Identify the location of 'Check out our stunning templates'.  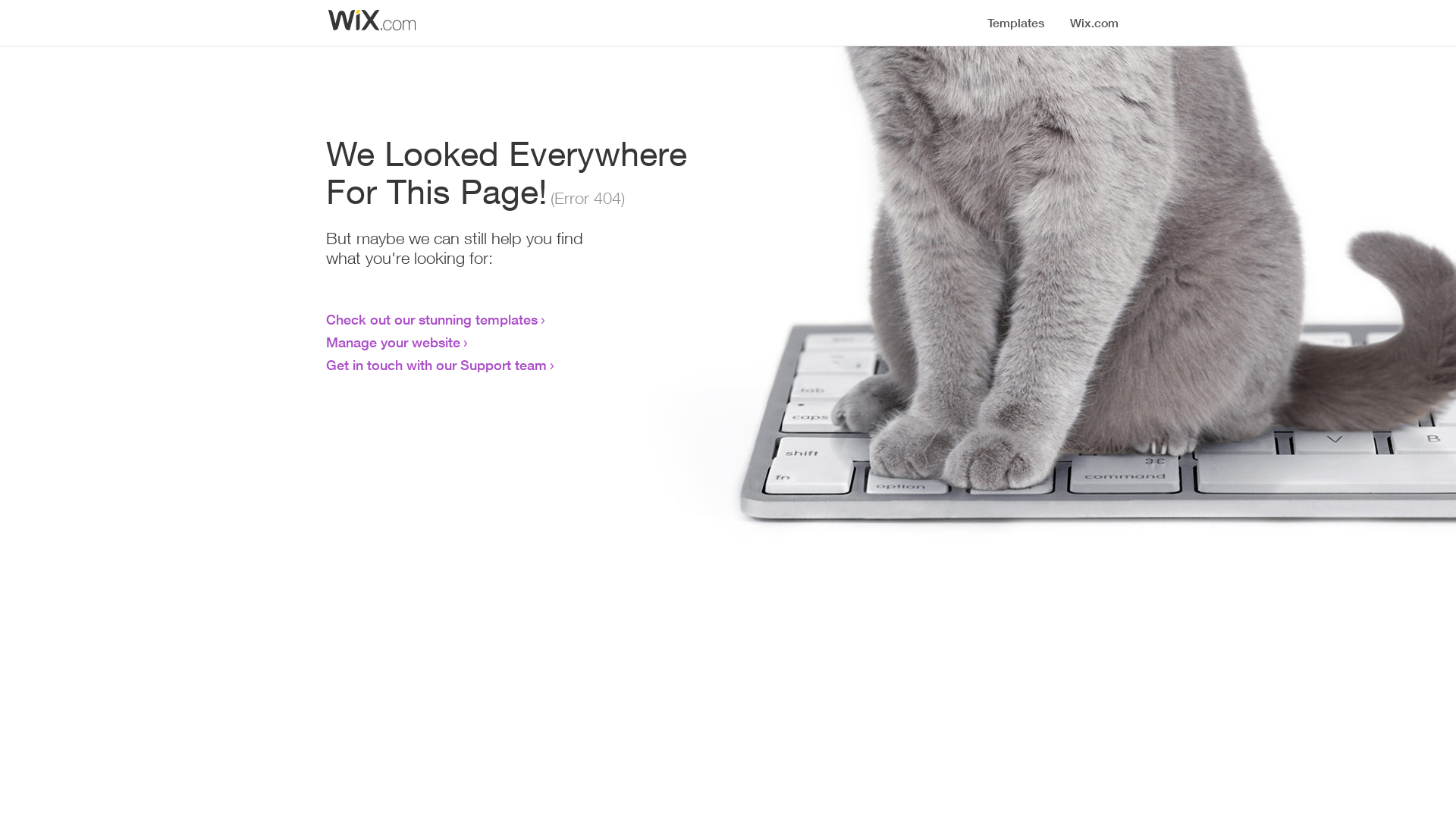
(431, 318).